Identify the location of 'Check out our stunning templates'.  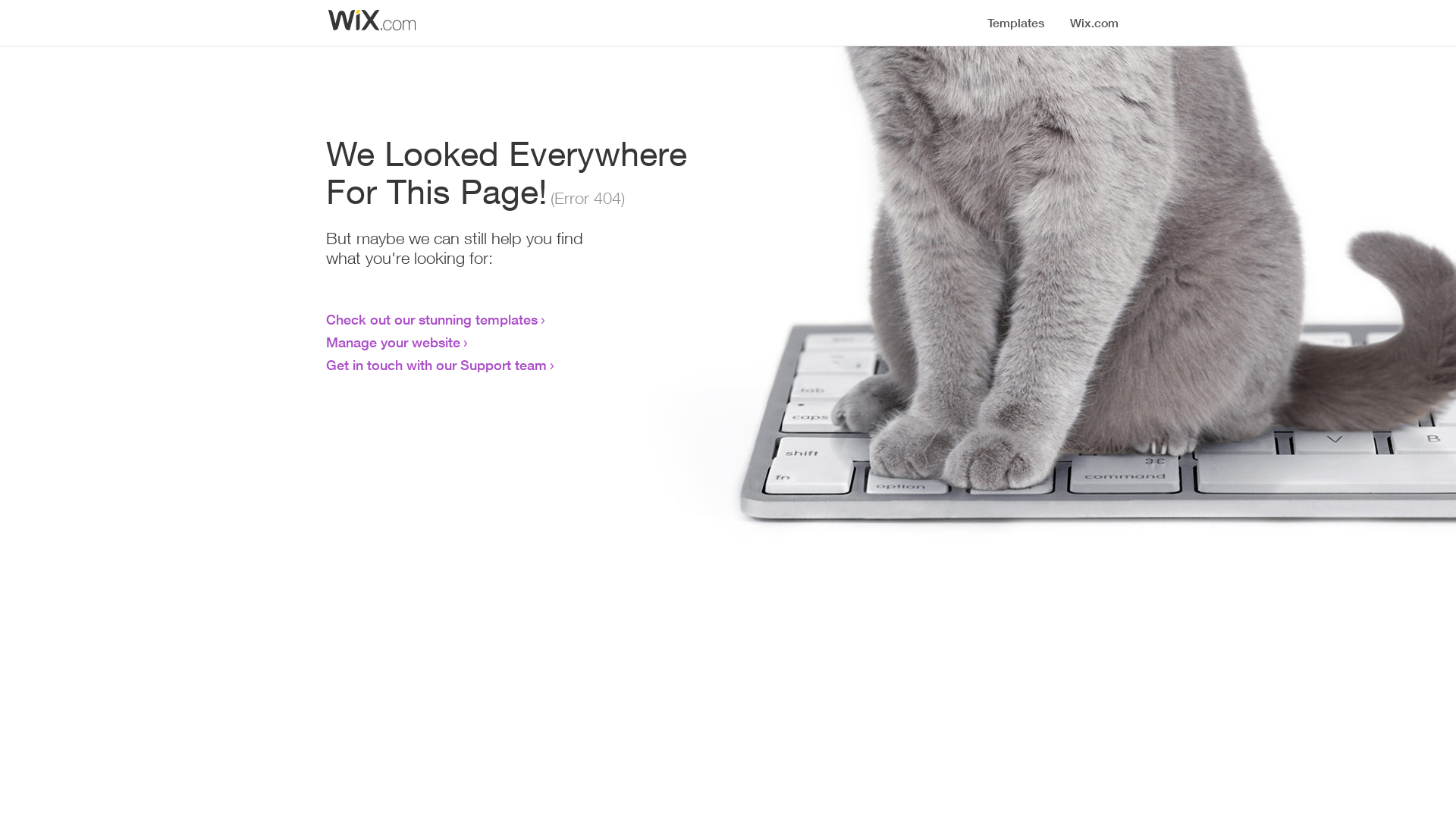
(431, 318).